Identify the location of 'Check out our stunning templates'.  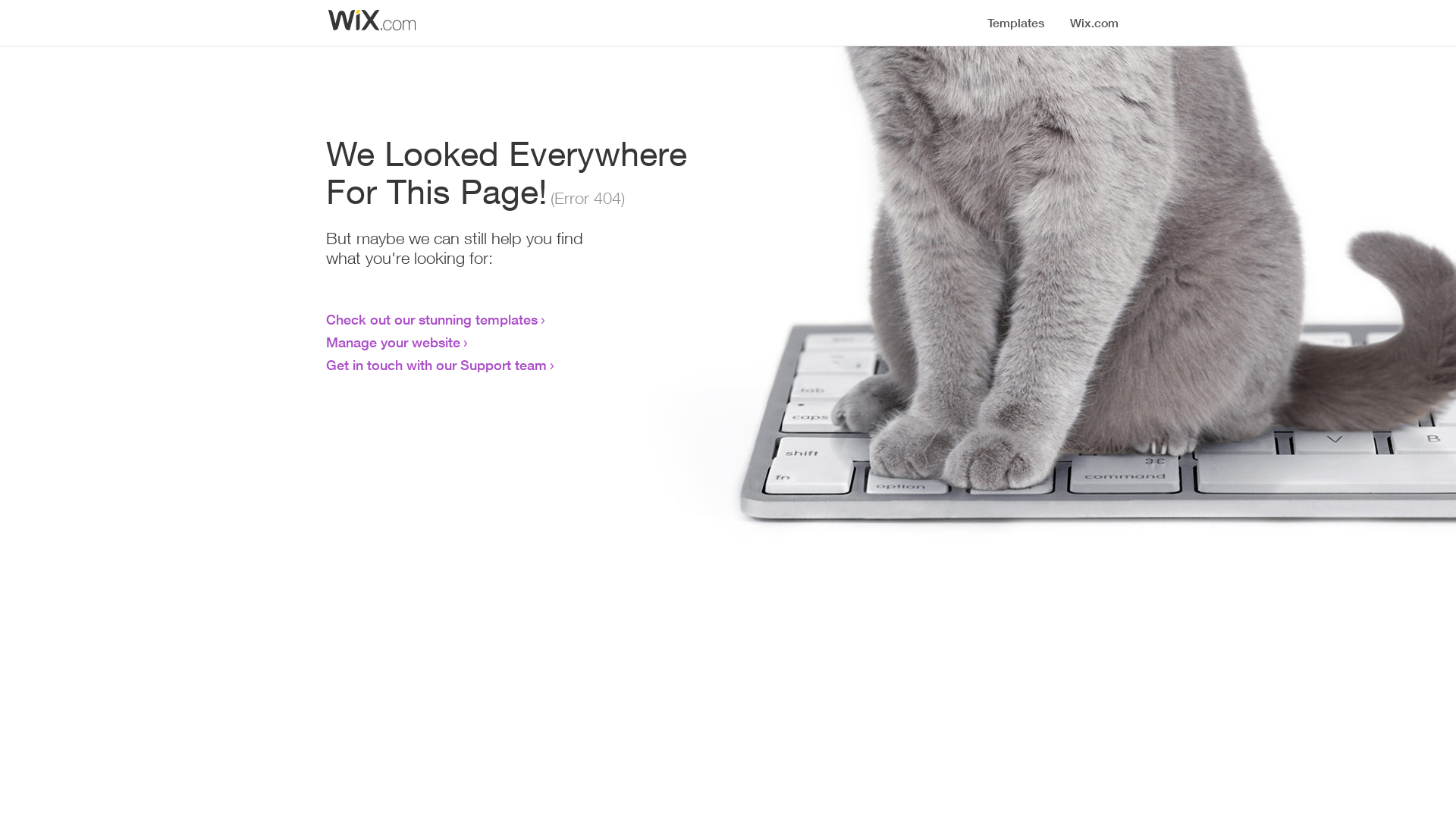
(431, 318).